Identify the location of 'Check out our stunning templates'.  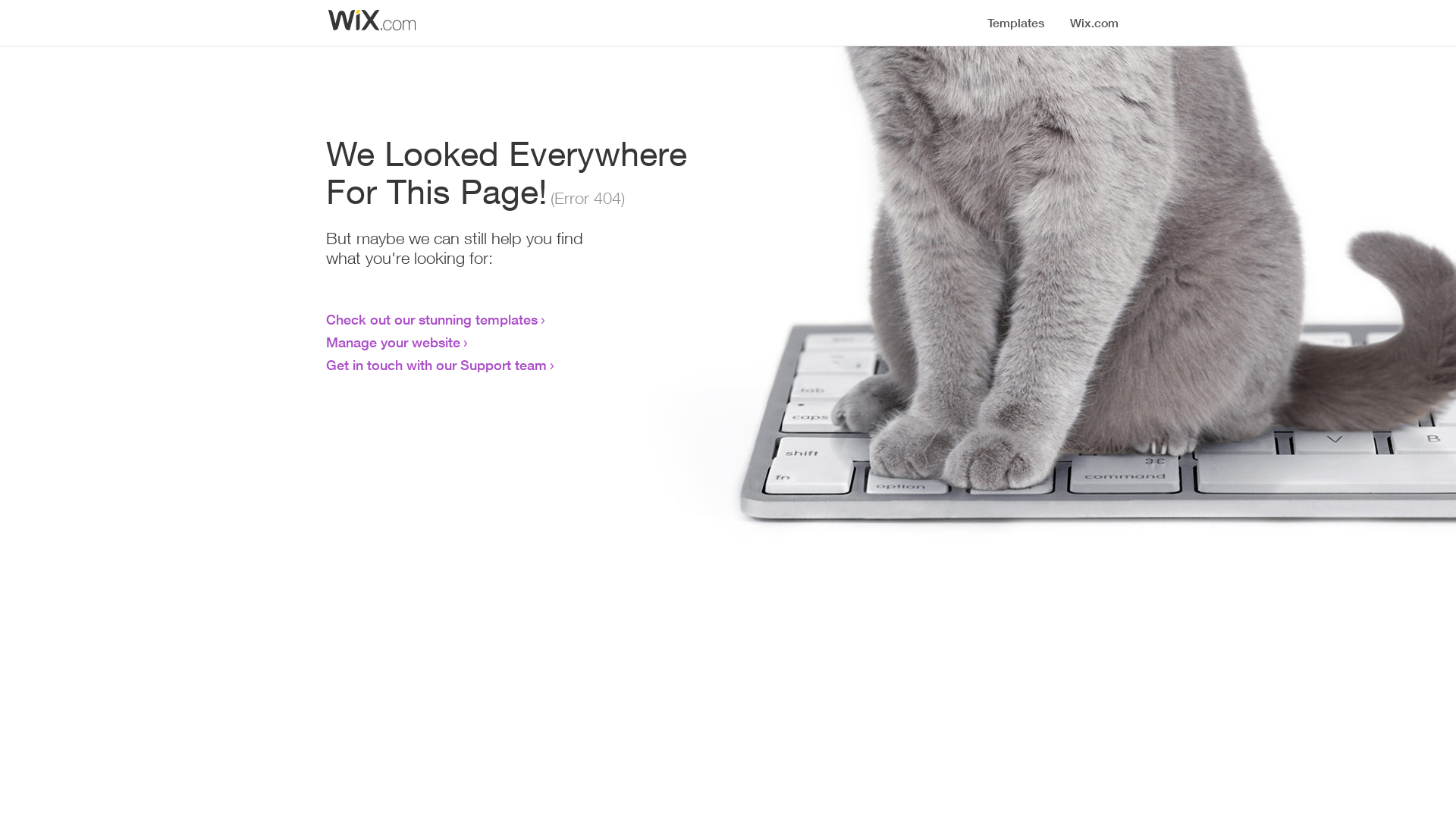
(431, 318).